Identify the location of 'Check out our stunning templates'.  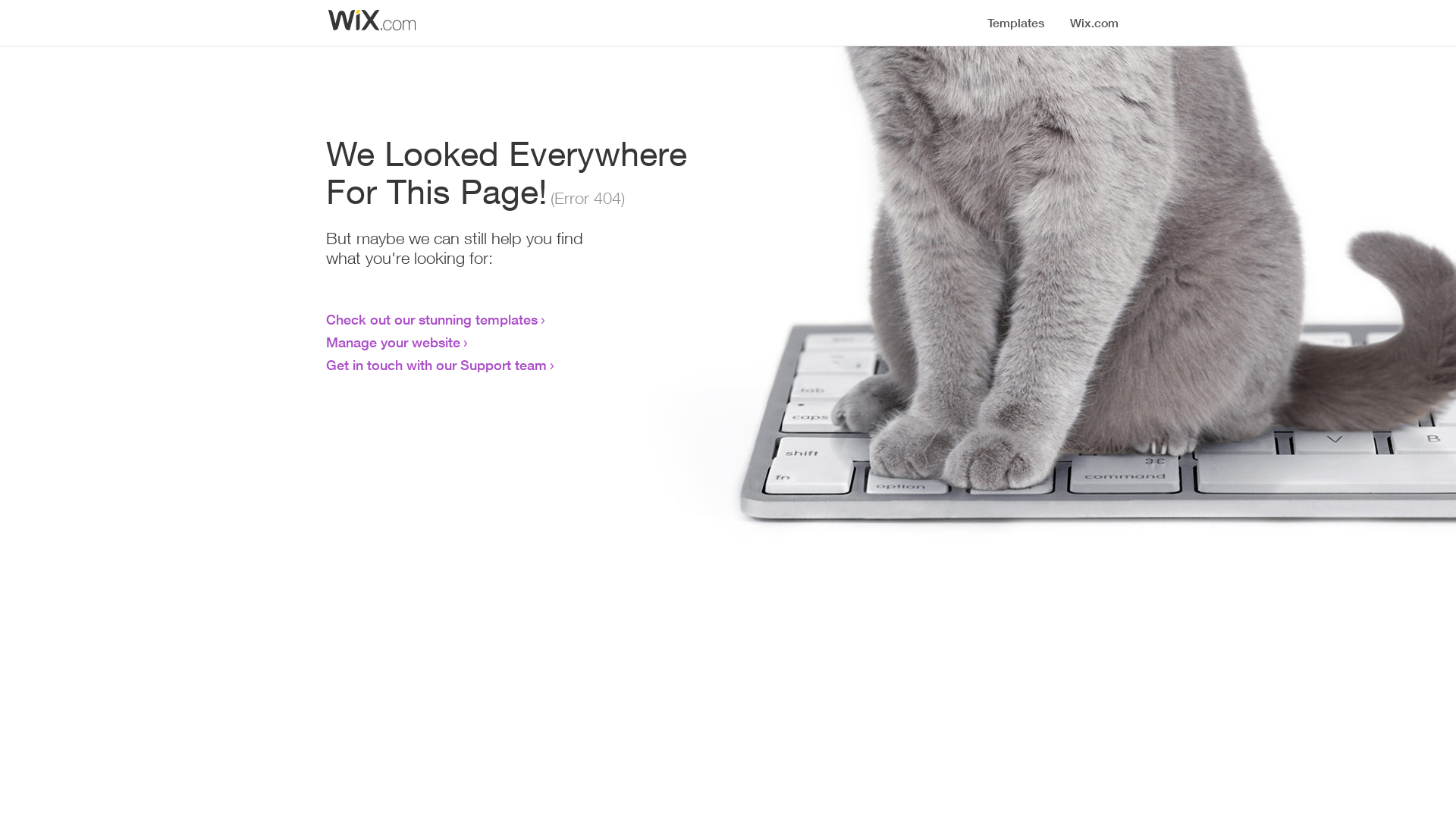
(431, 318).